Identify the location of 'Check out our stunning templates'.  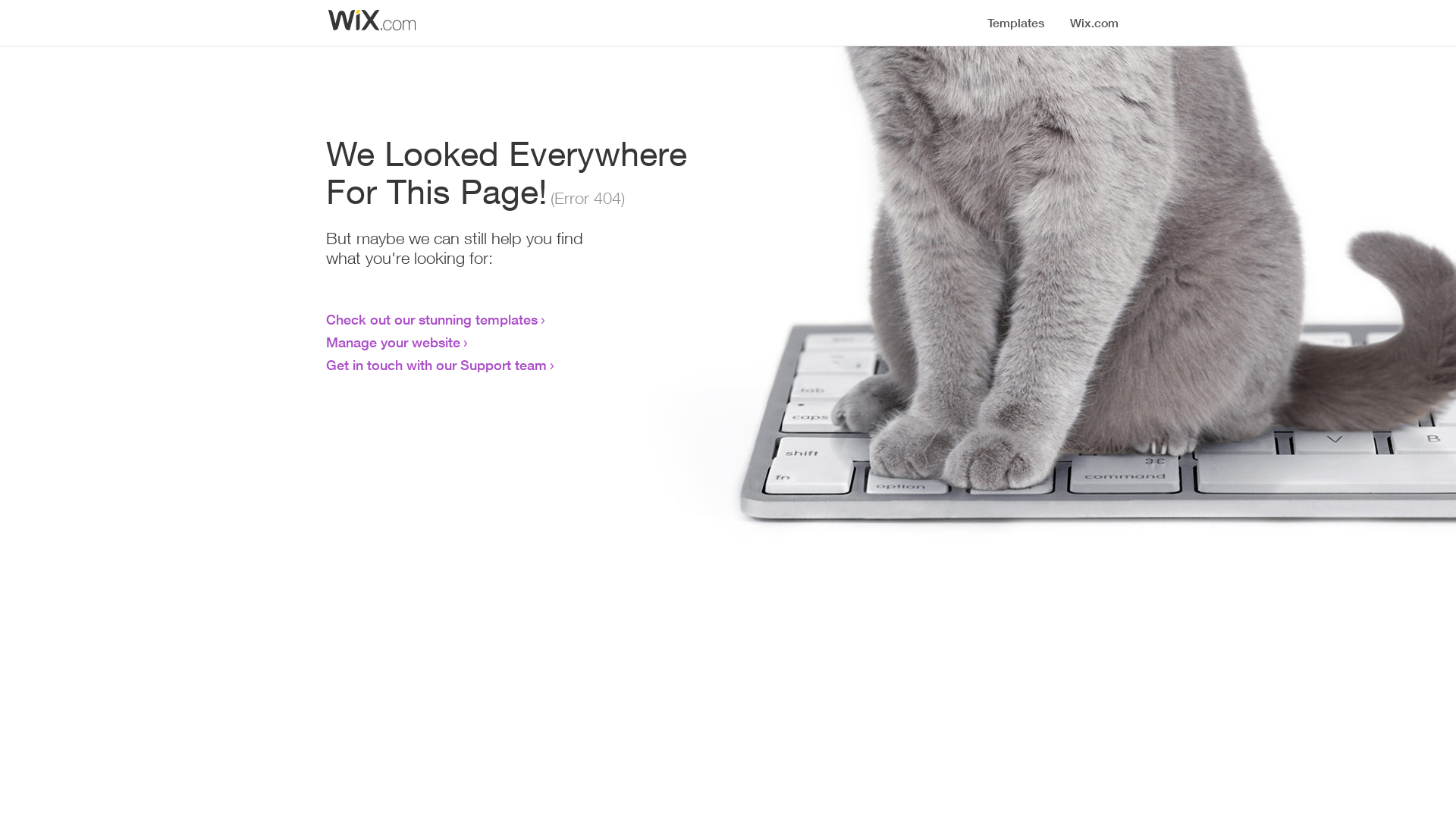
(431, 318).